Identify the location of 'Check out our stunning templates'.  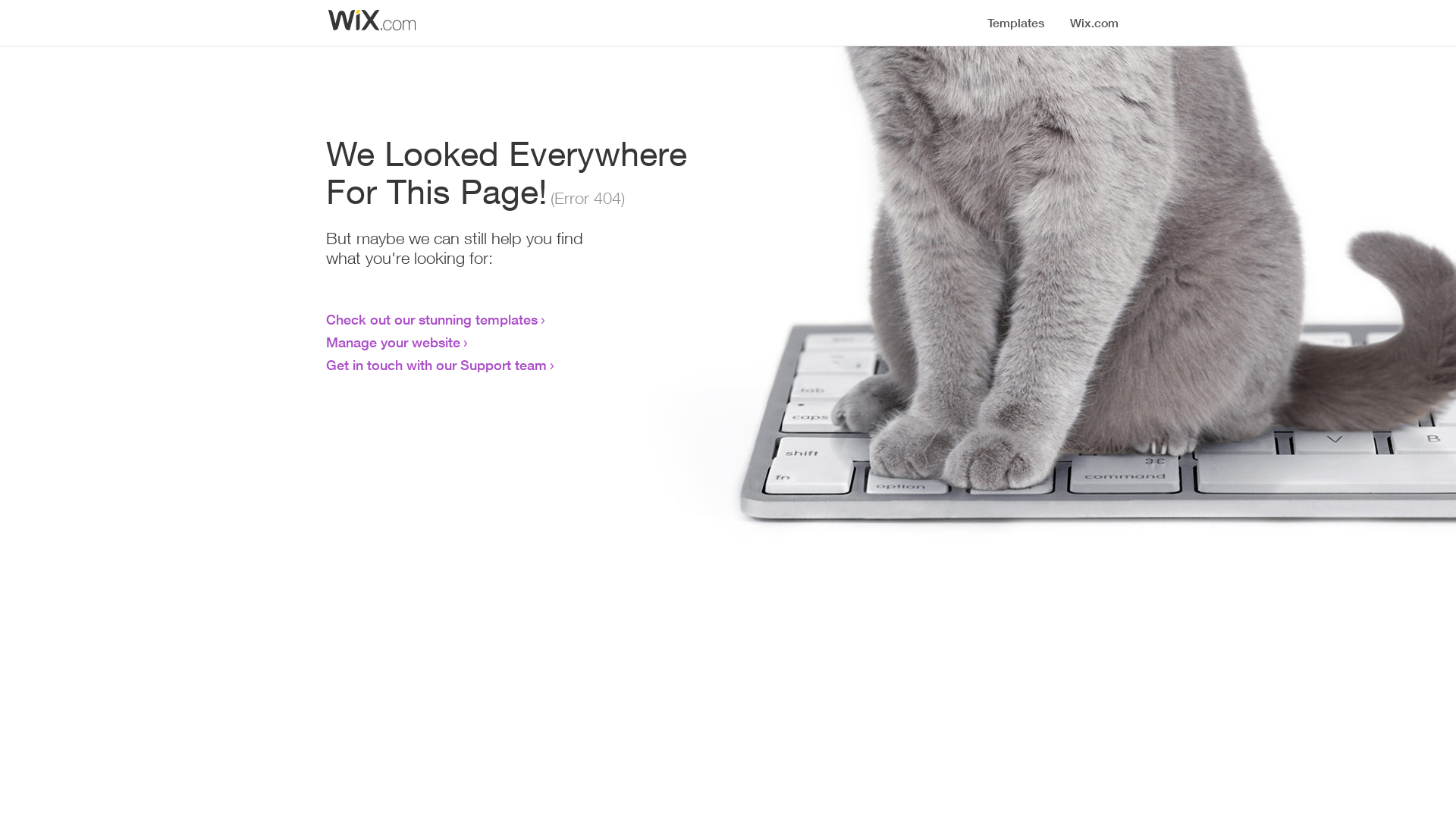
(431, 318).